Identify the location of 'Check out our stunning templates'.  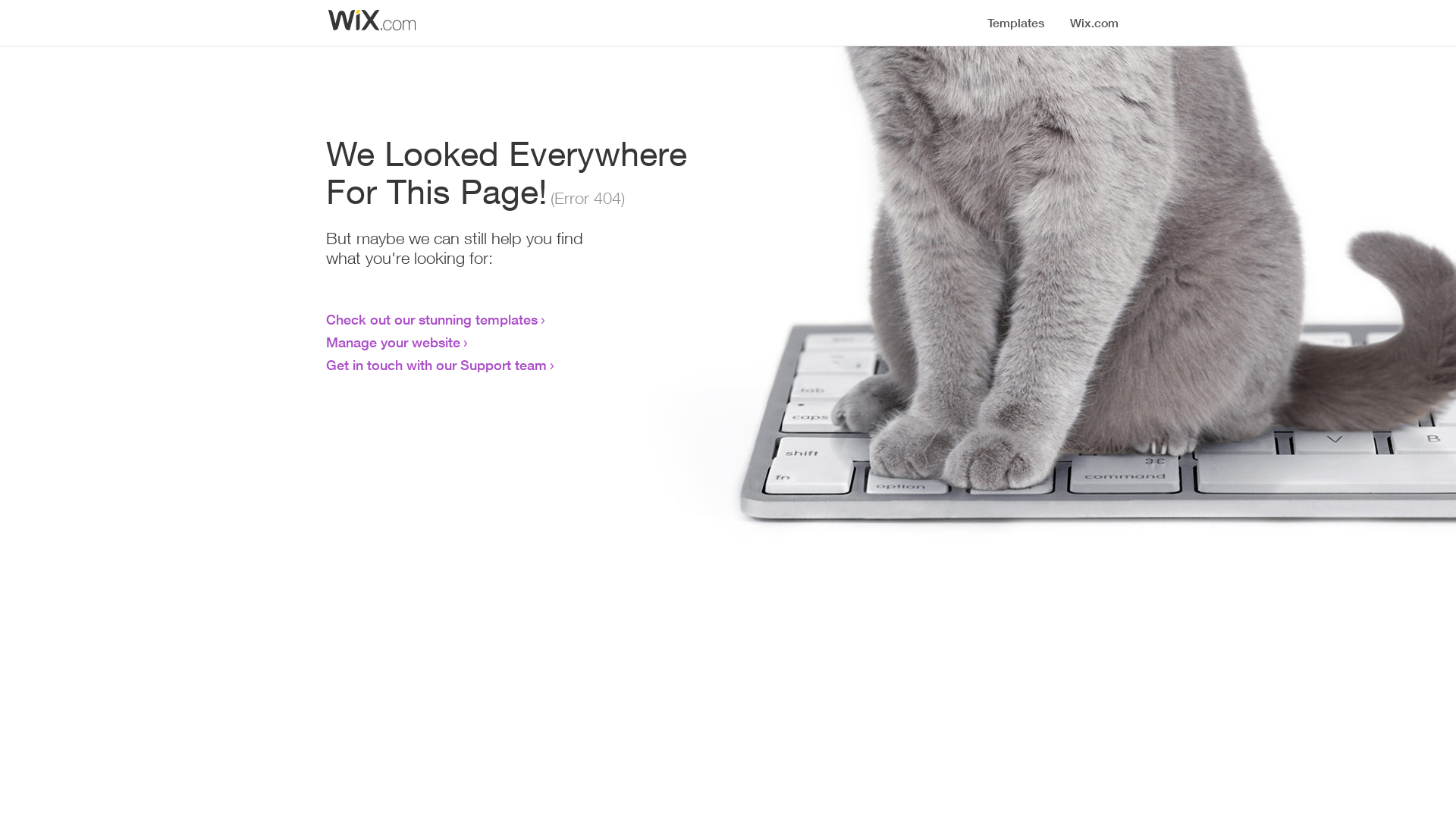
(431, 318).